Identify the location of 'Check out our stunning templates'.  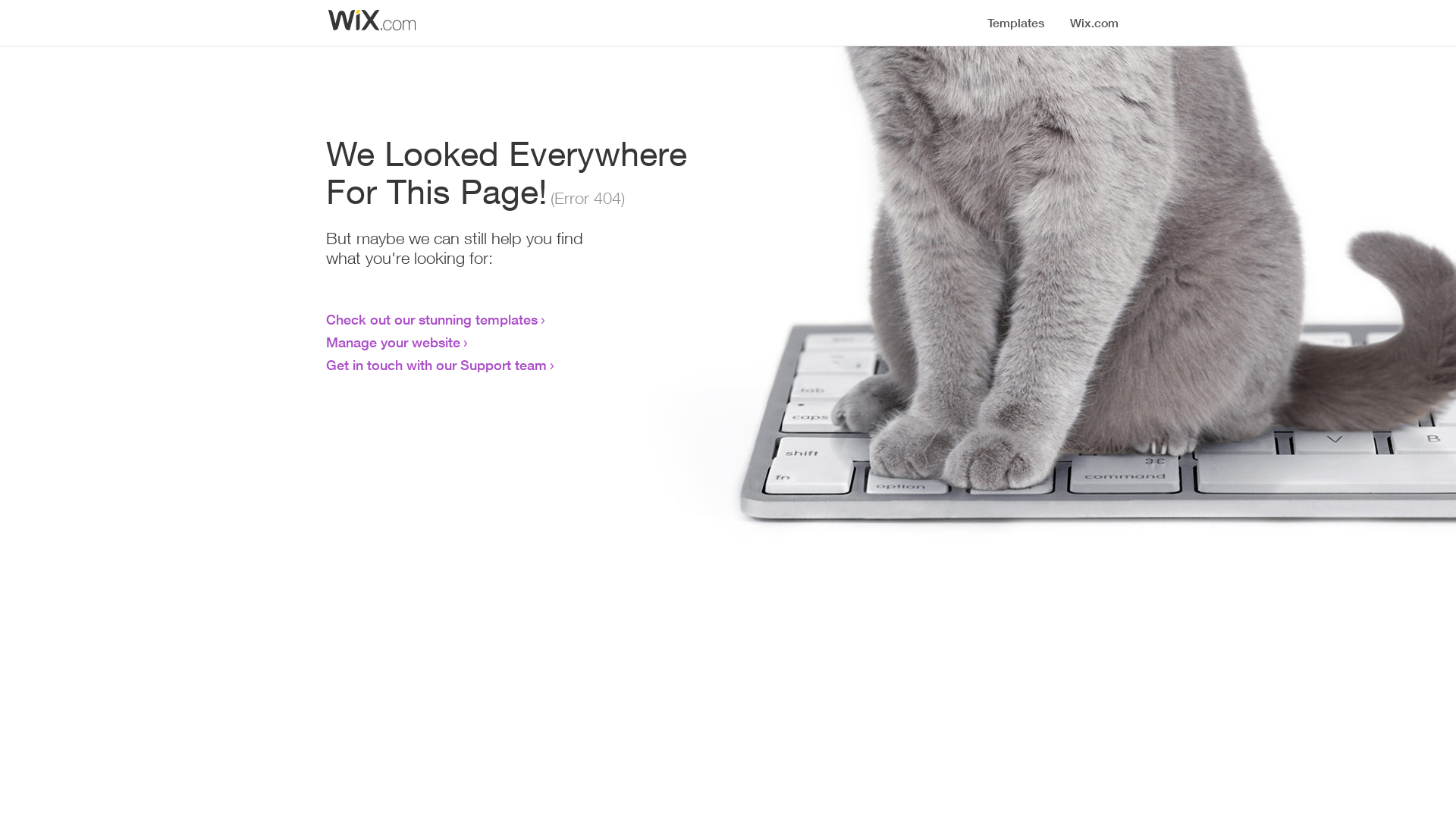
(431, 318).